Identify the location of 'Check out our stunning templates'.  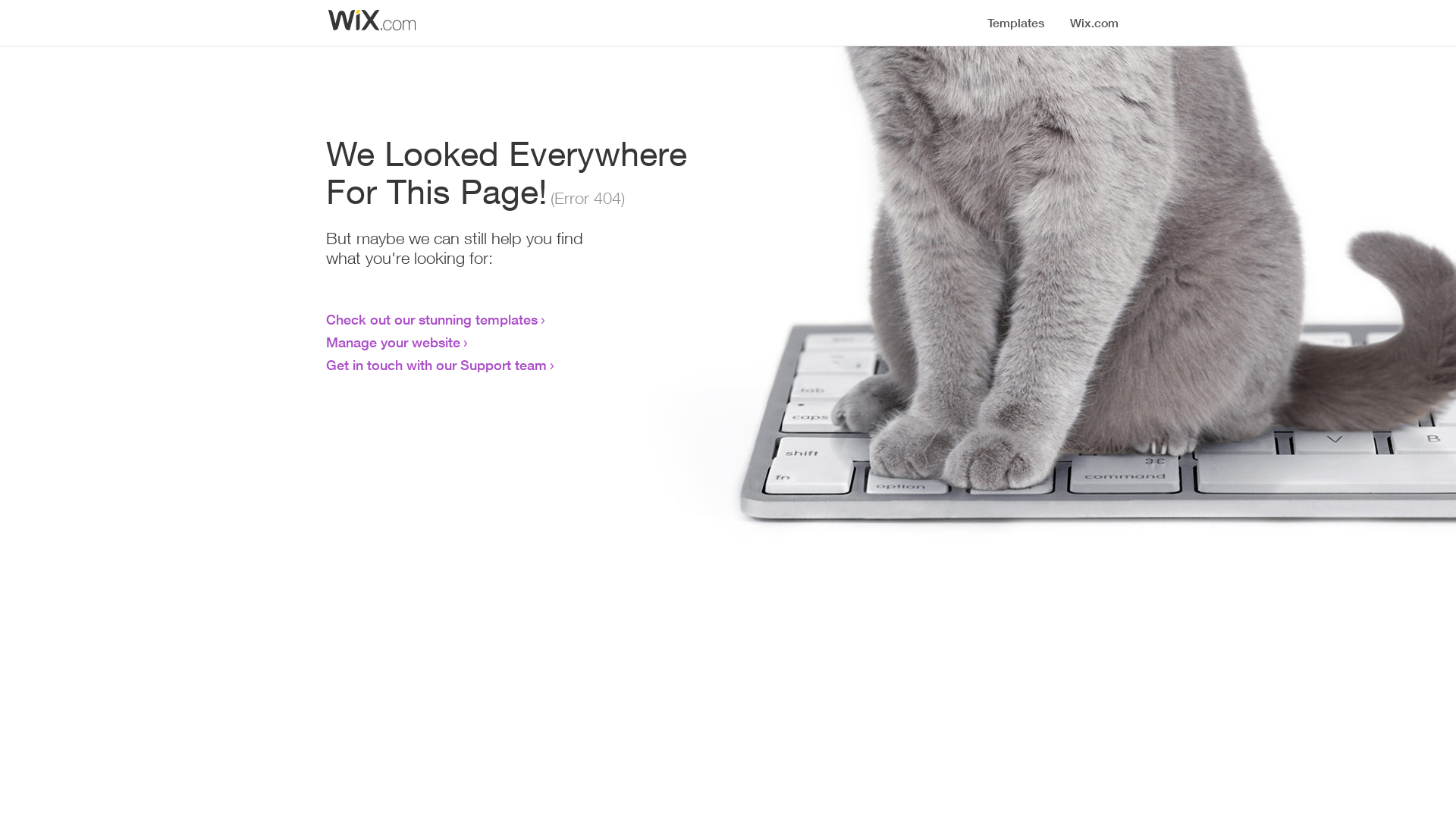
(431, 318).